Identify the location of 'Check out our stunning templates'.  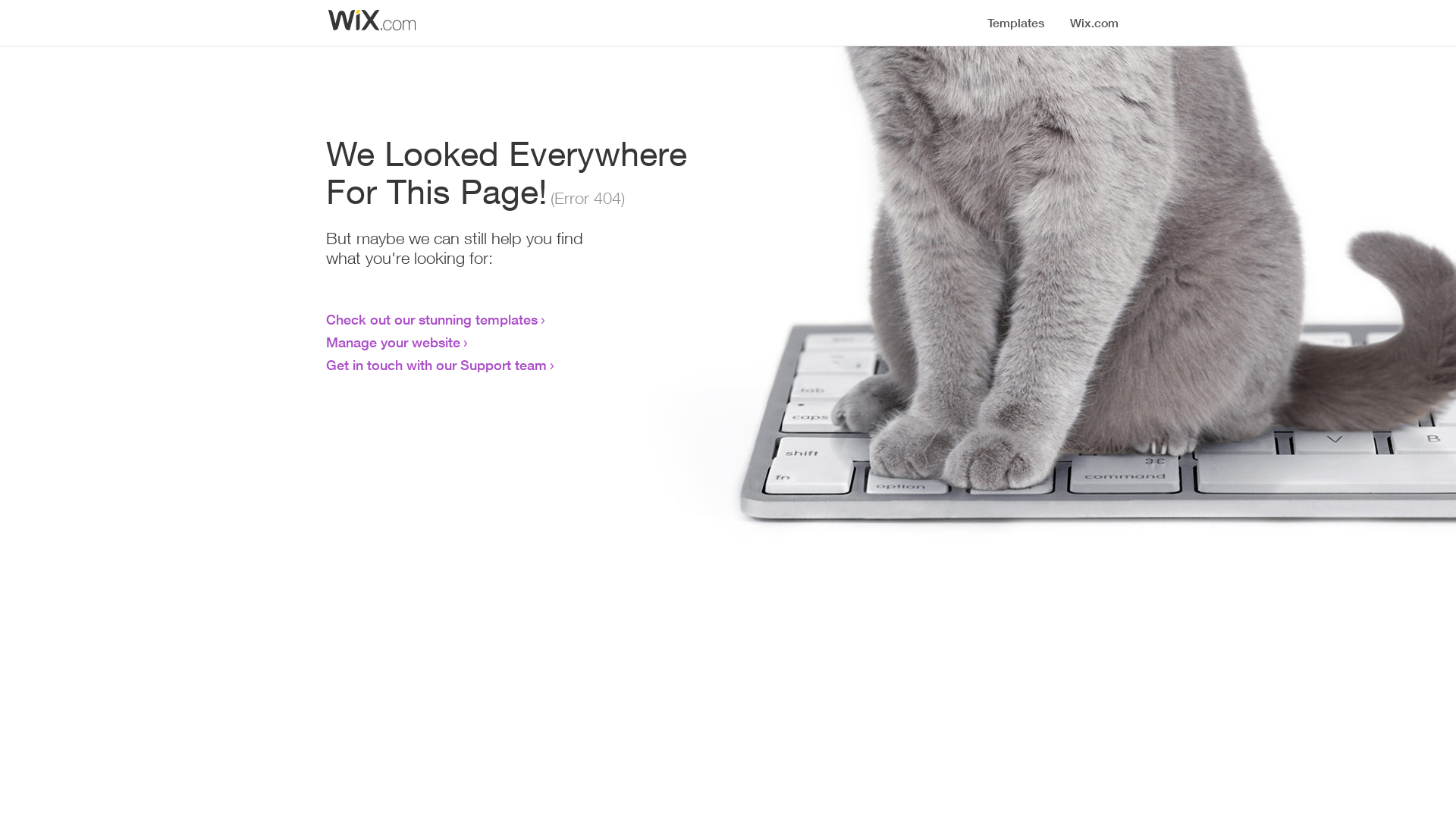
(431, 318).